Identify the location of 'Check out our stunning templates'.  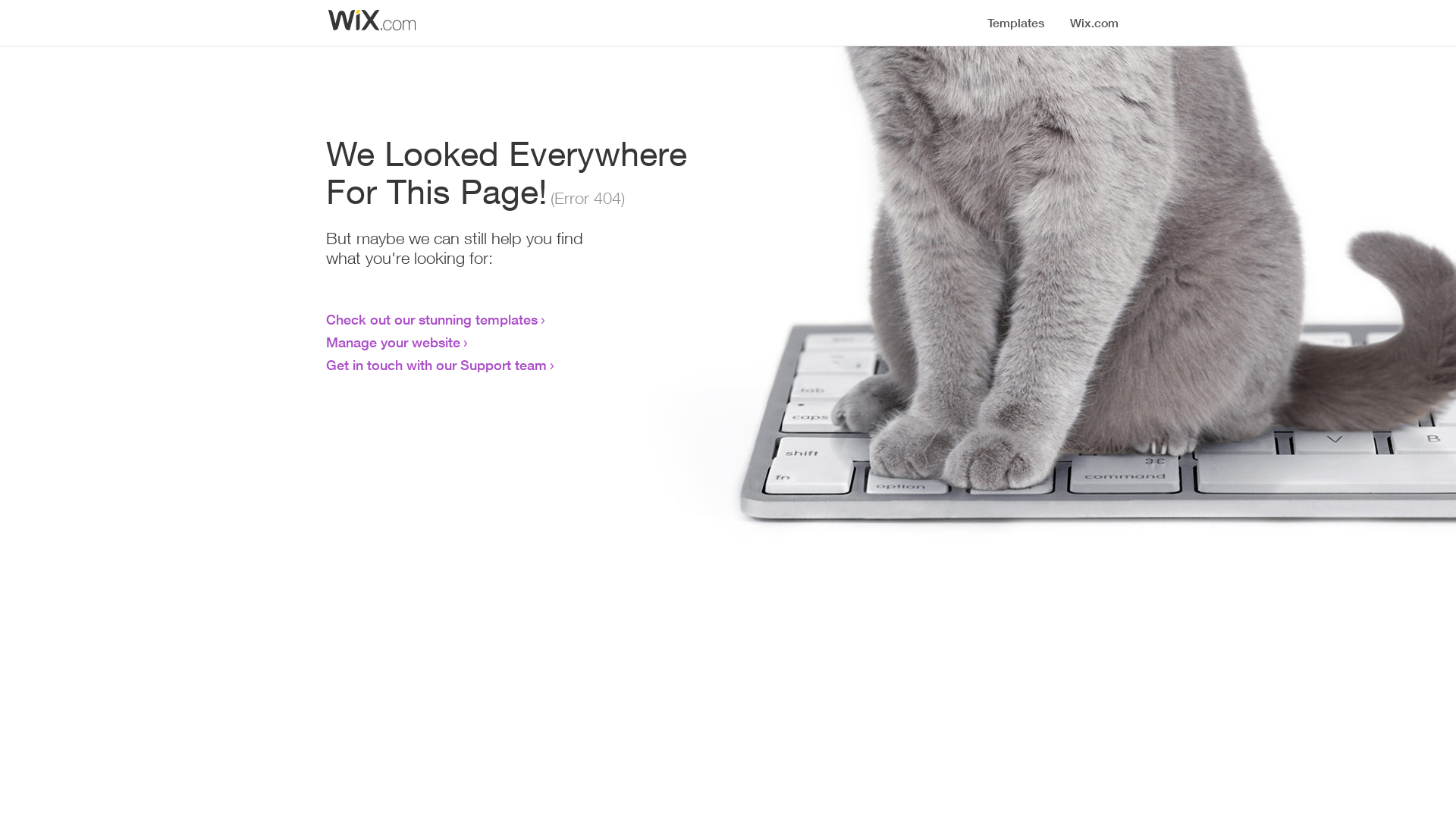
(431, 318).